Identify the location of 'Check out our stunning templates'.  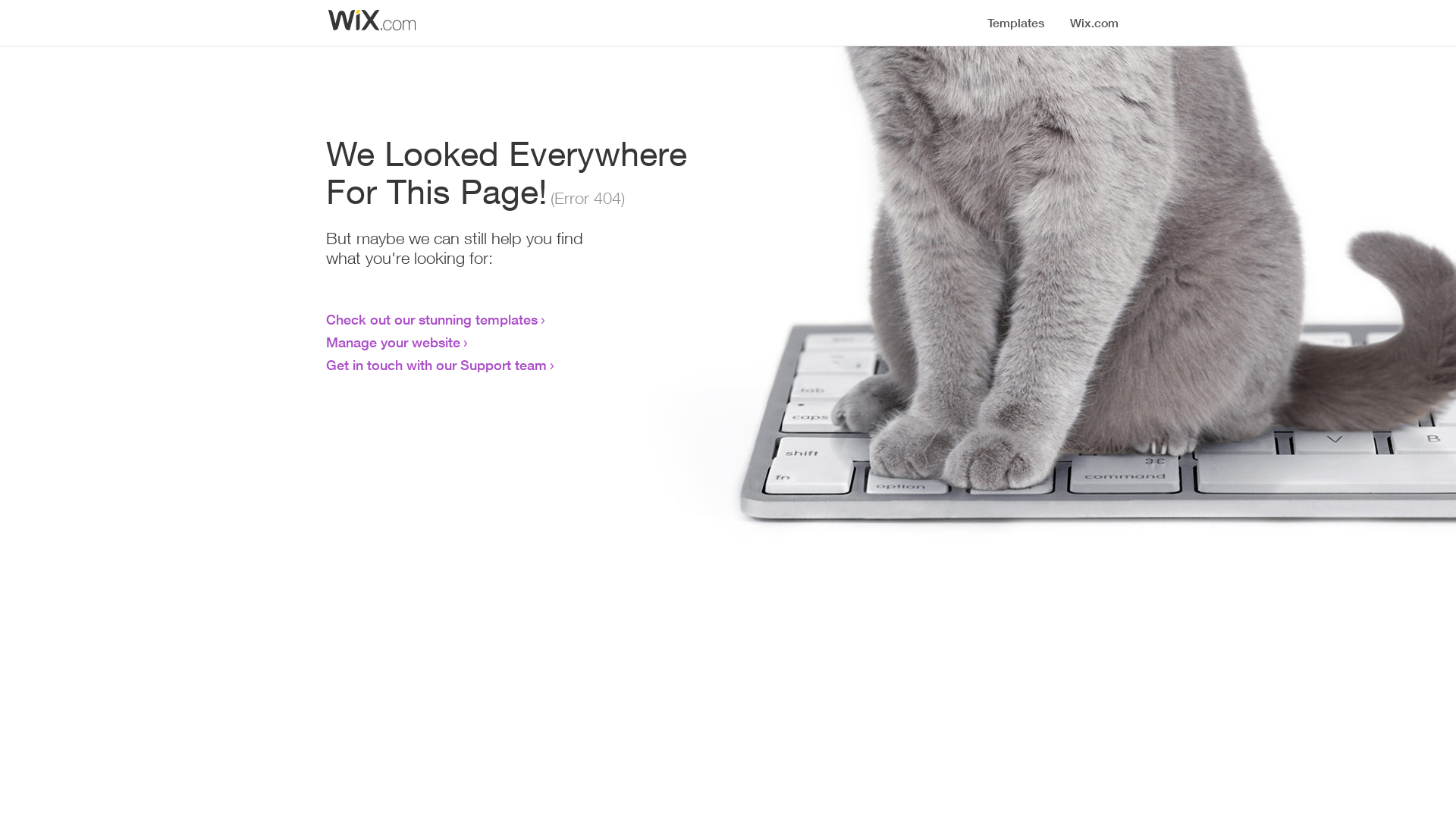
(431, 318).